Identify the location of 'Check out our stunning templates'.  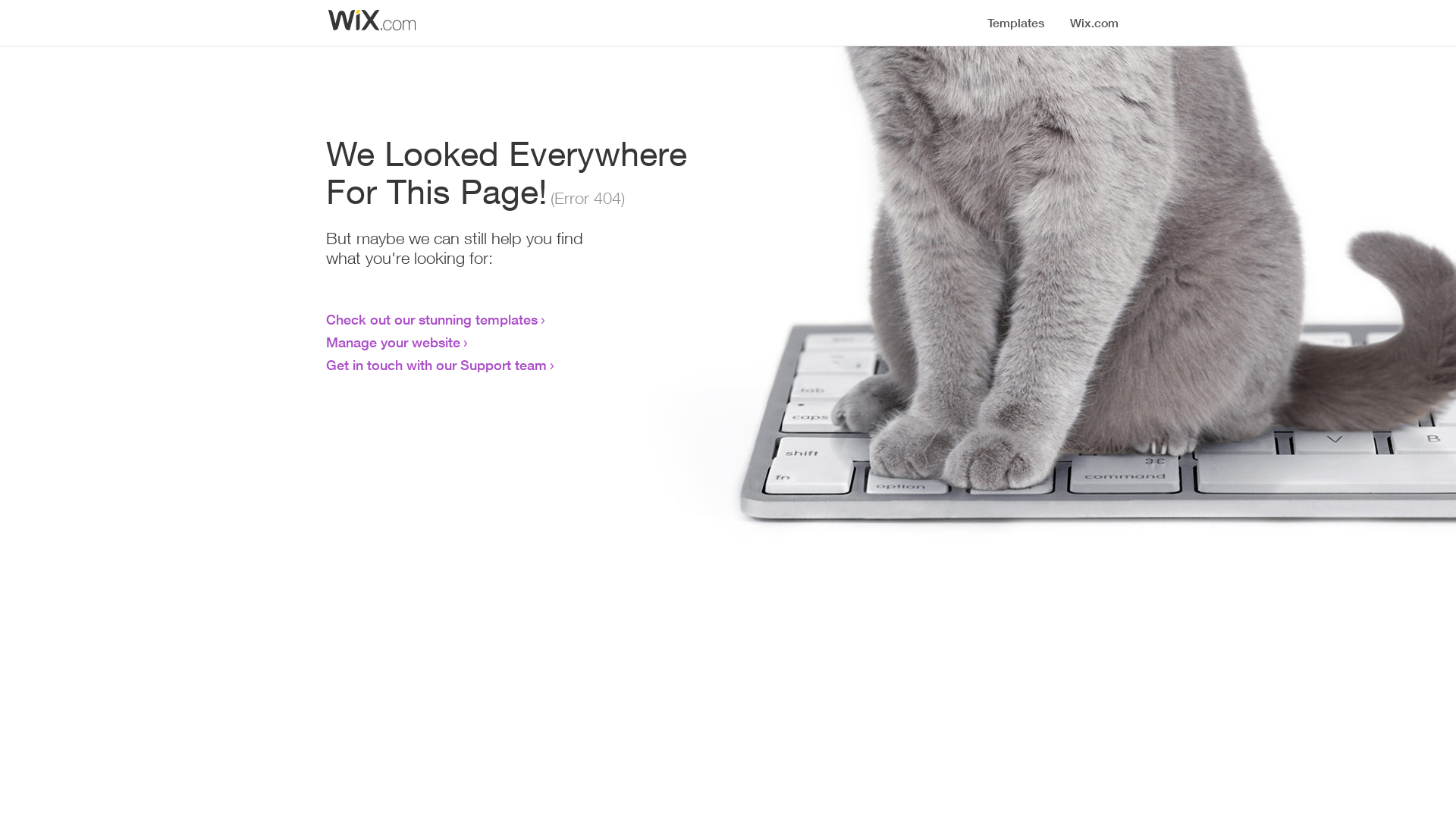
(431, 318).